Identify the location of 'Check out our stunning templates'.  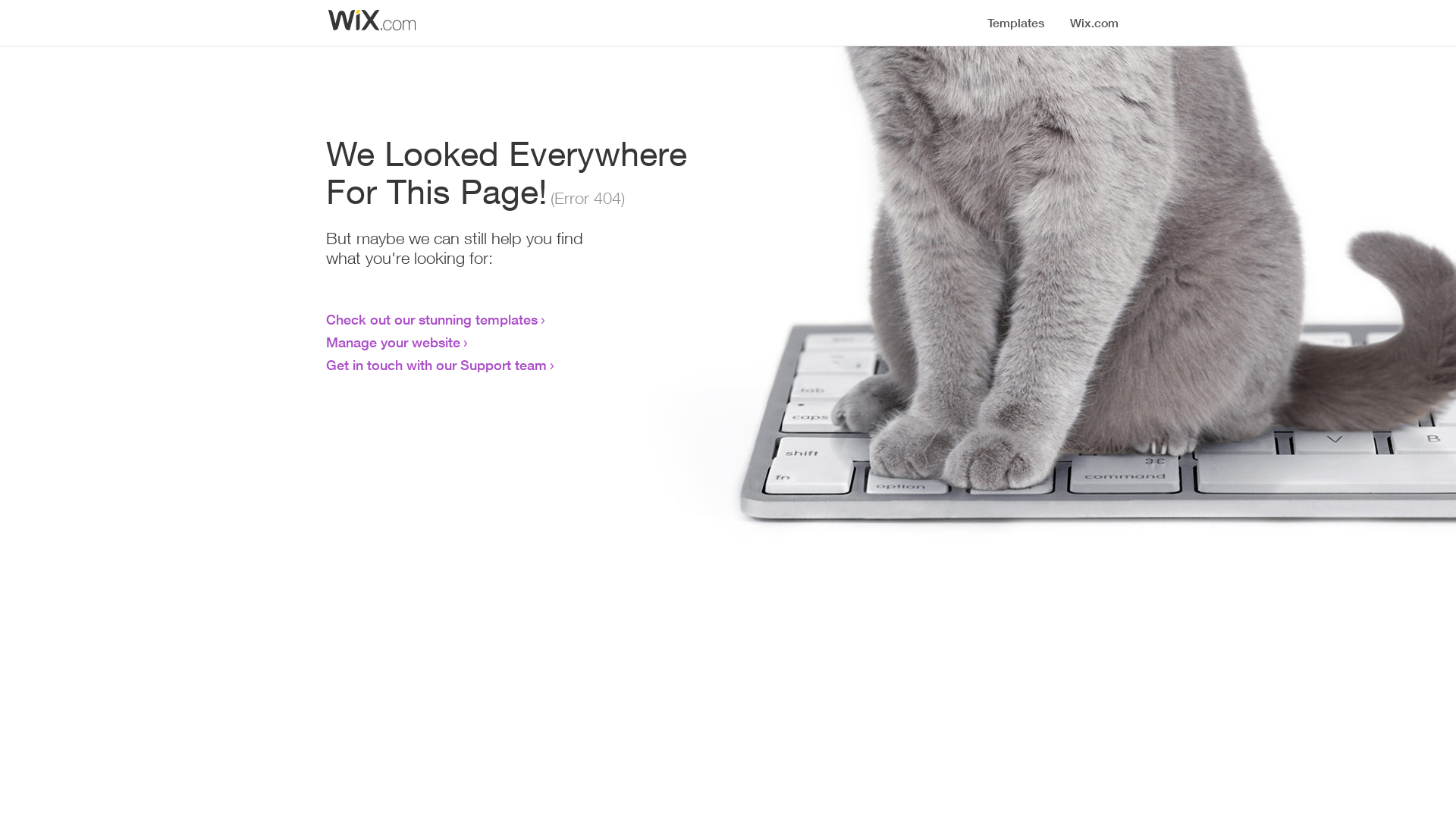
(431, 318).